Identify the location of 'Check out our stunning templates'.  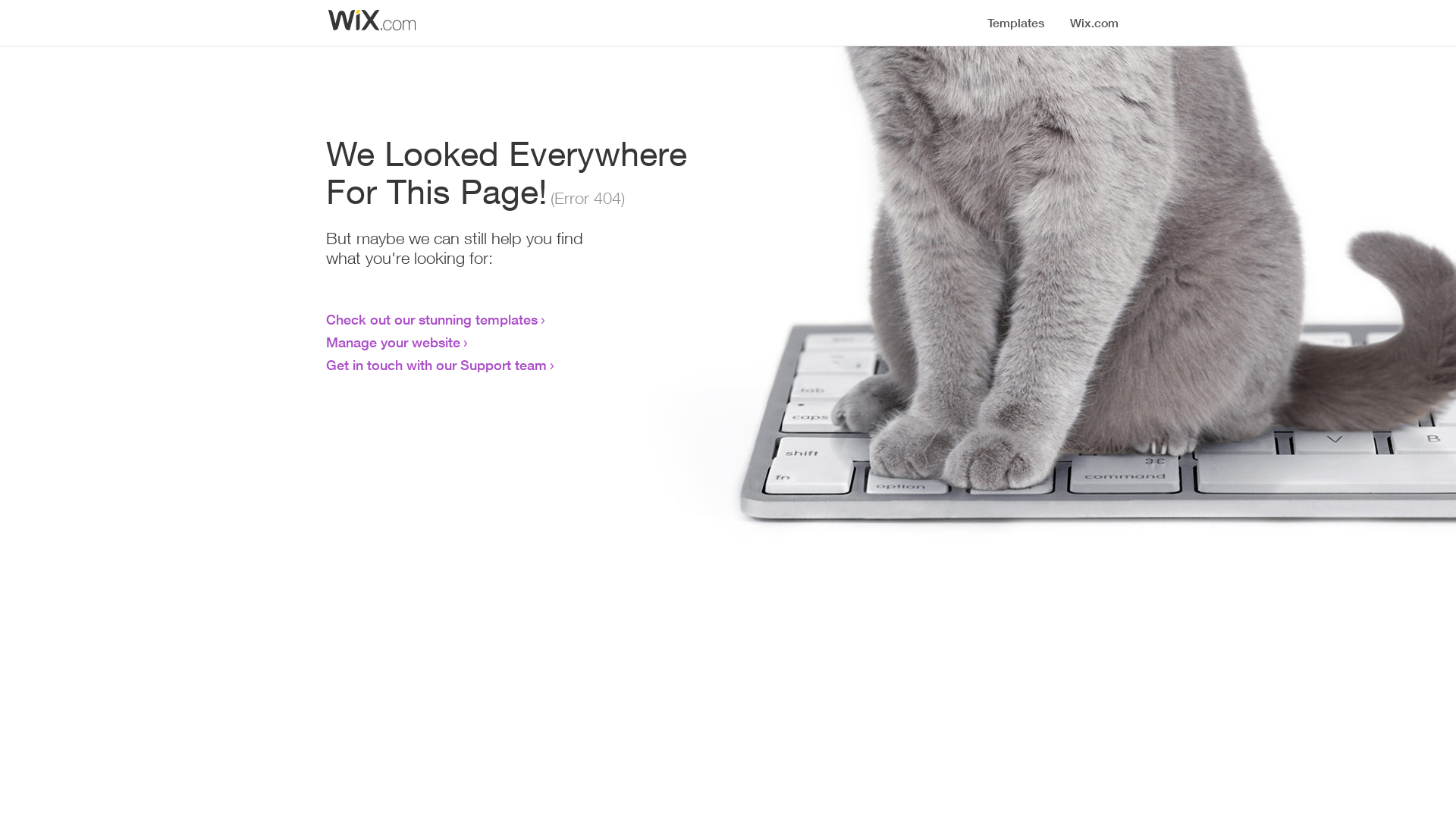
(431, 318).